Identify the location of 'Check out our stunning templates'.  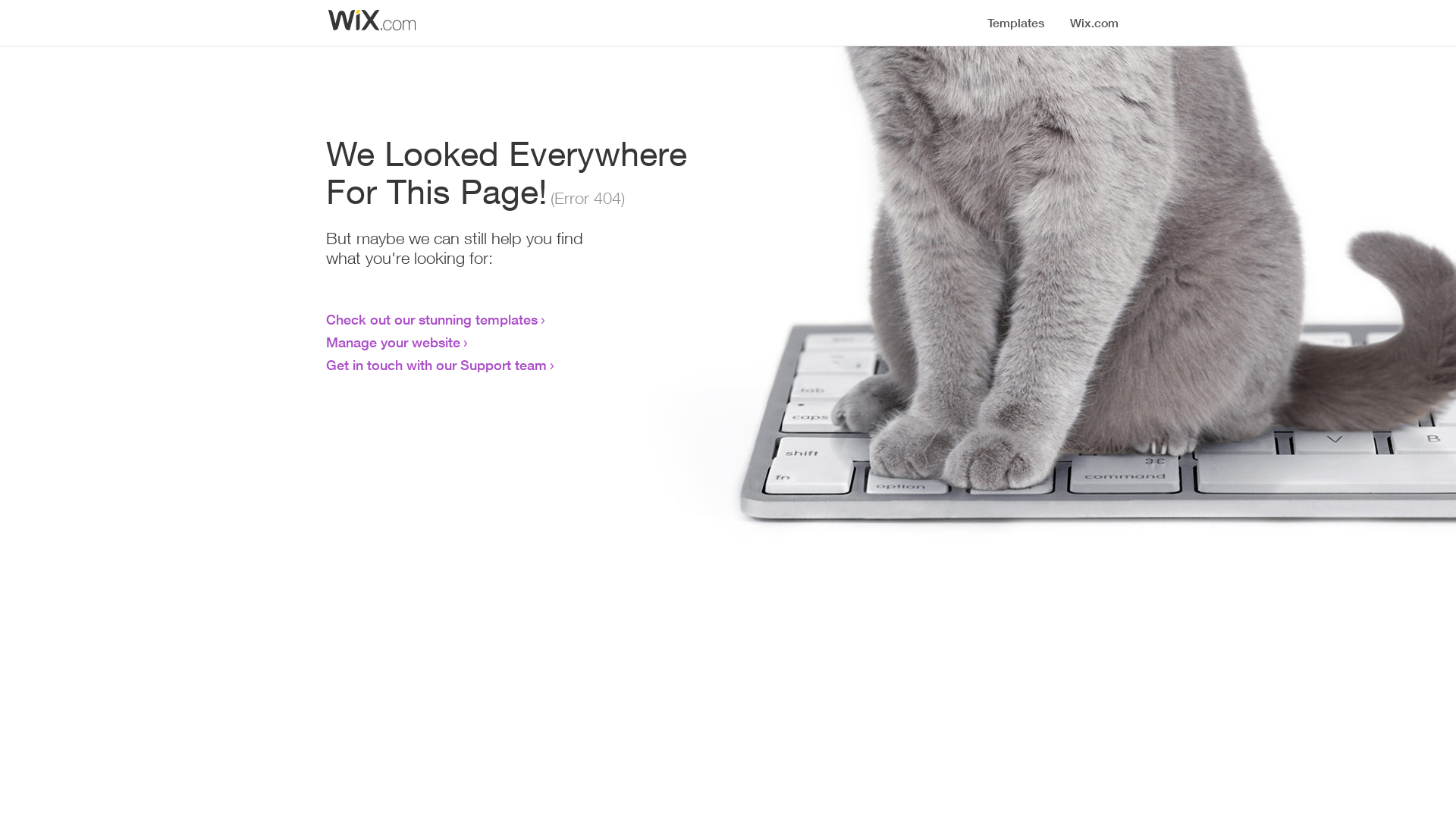
(431, 318).